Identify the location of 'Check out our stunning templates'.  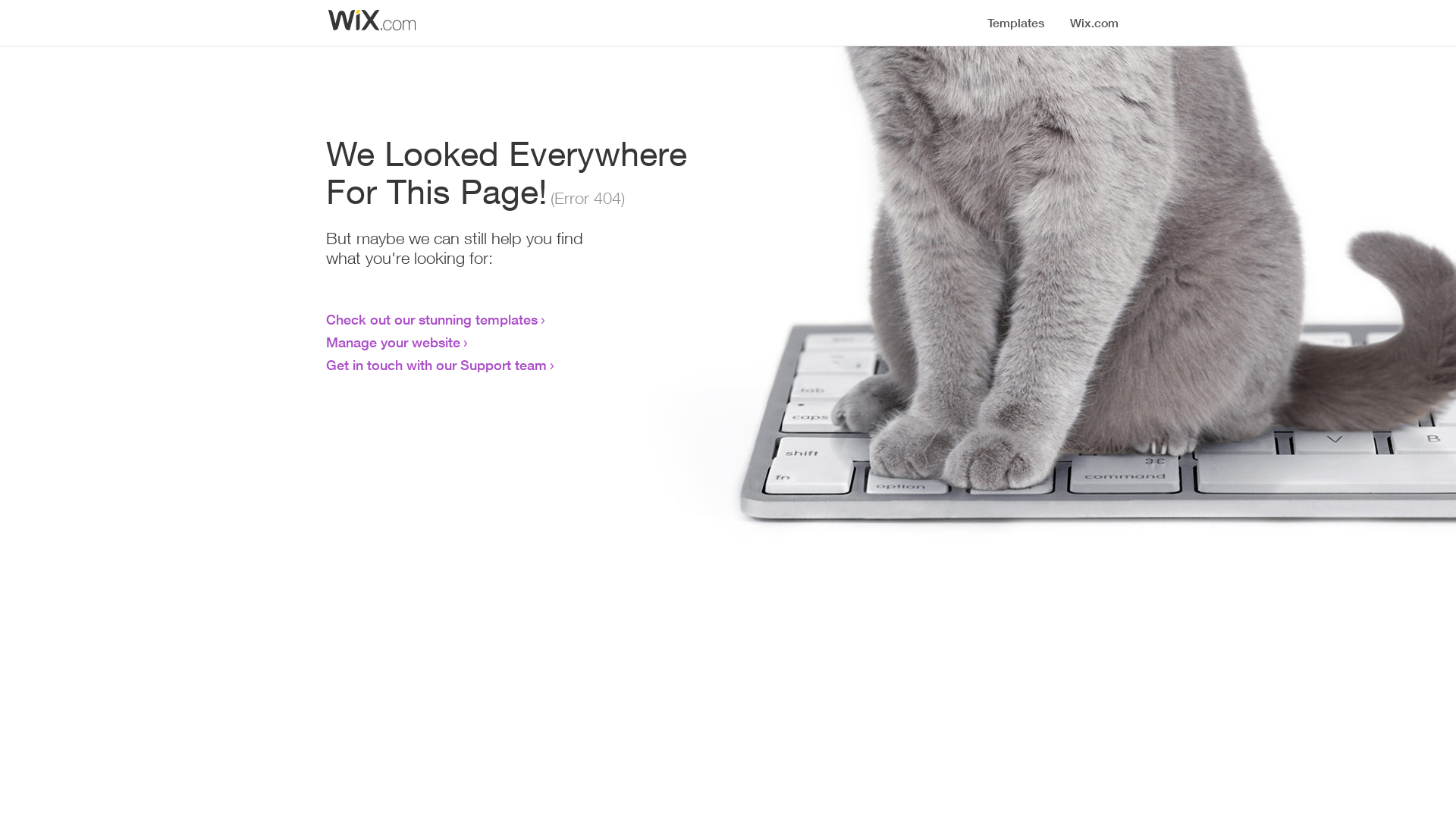
(431, 318).